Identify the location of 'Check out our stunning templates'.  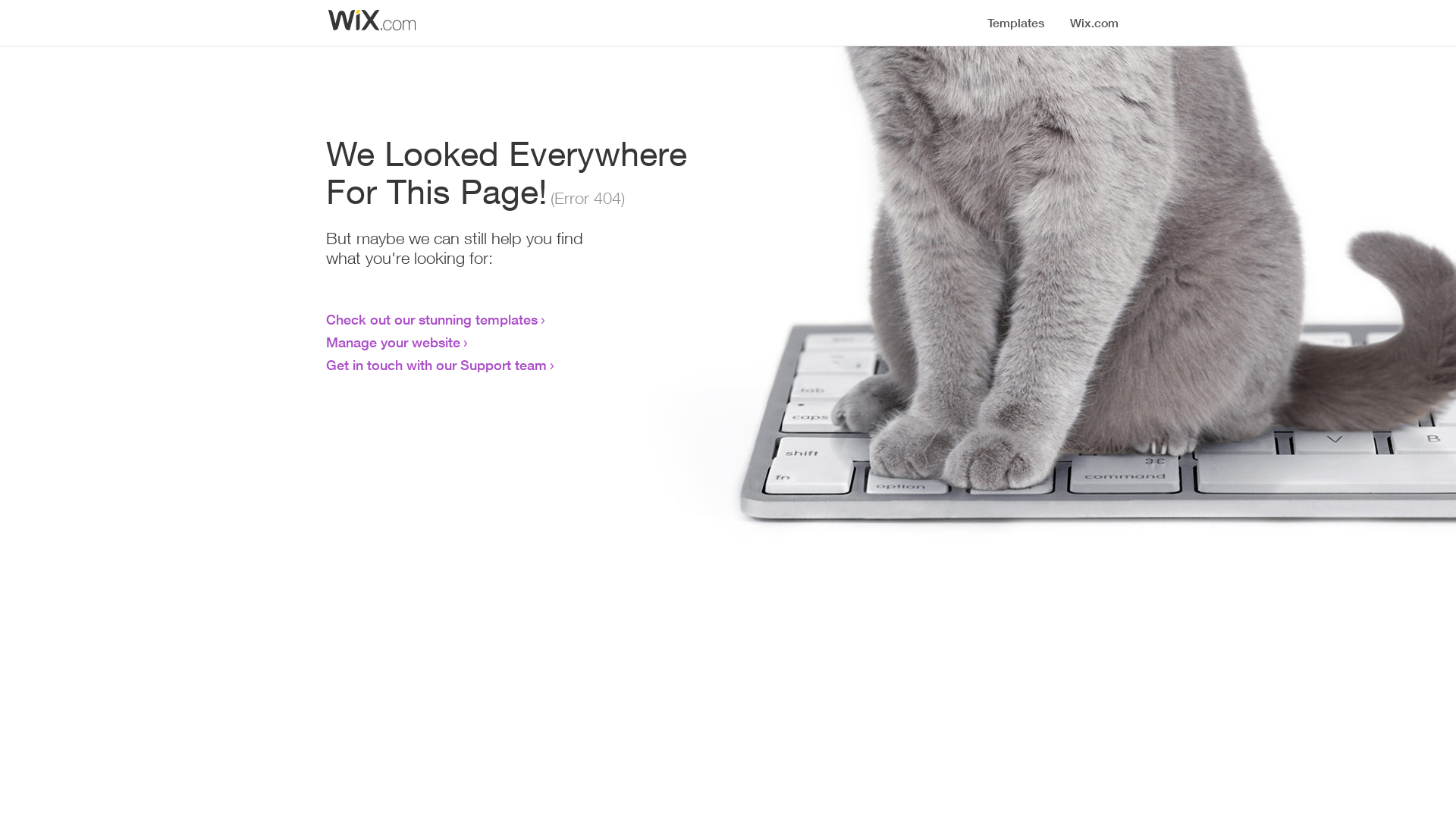
(431, 318).